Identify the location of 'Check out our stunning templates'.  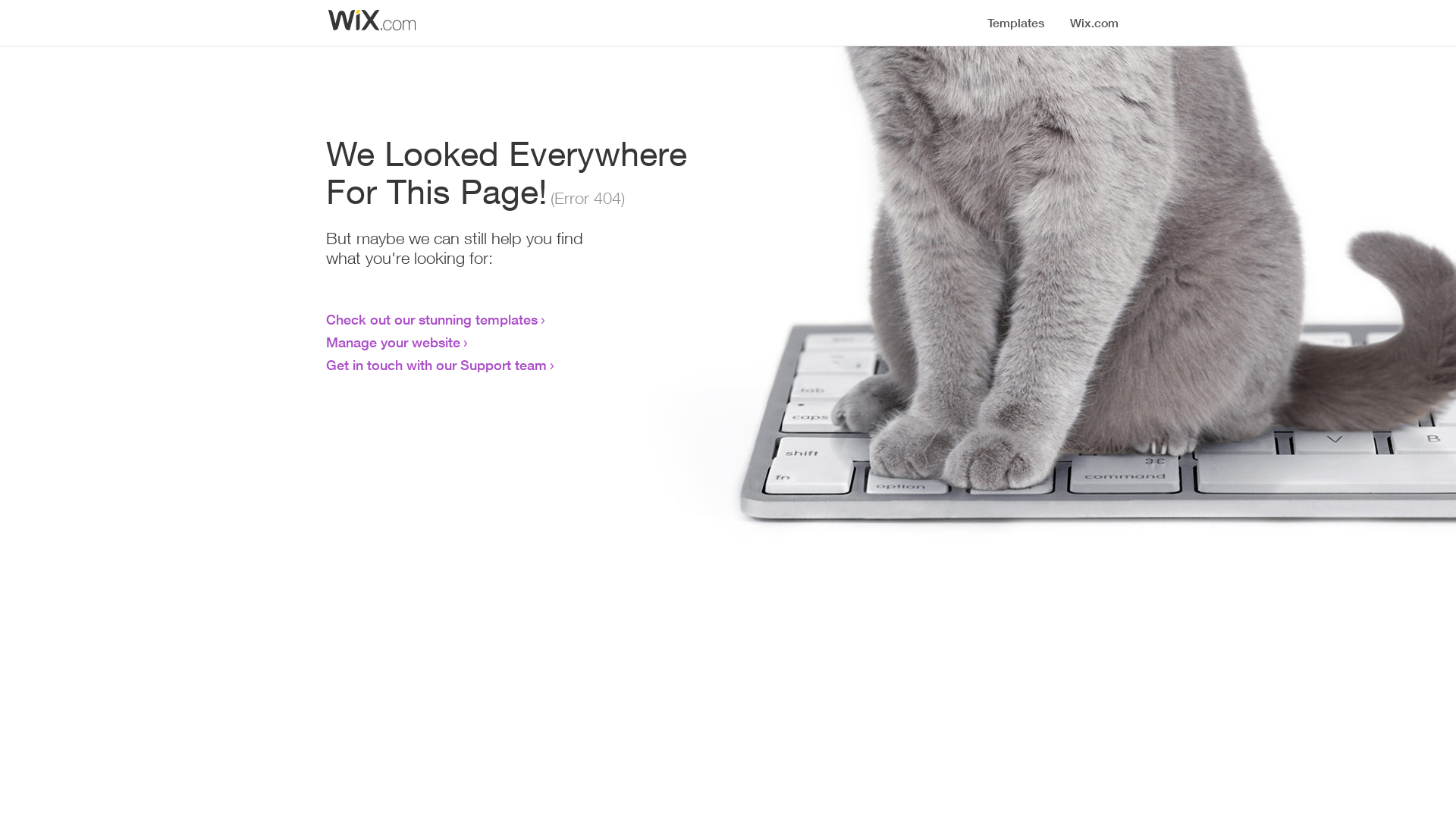
(431, 318).